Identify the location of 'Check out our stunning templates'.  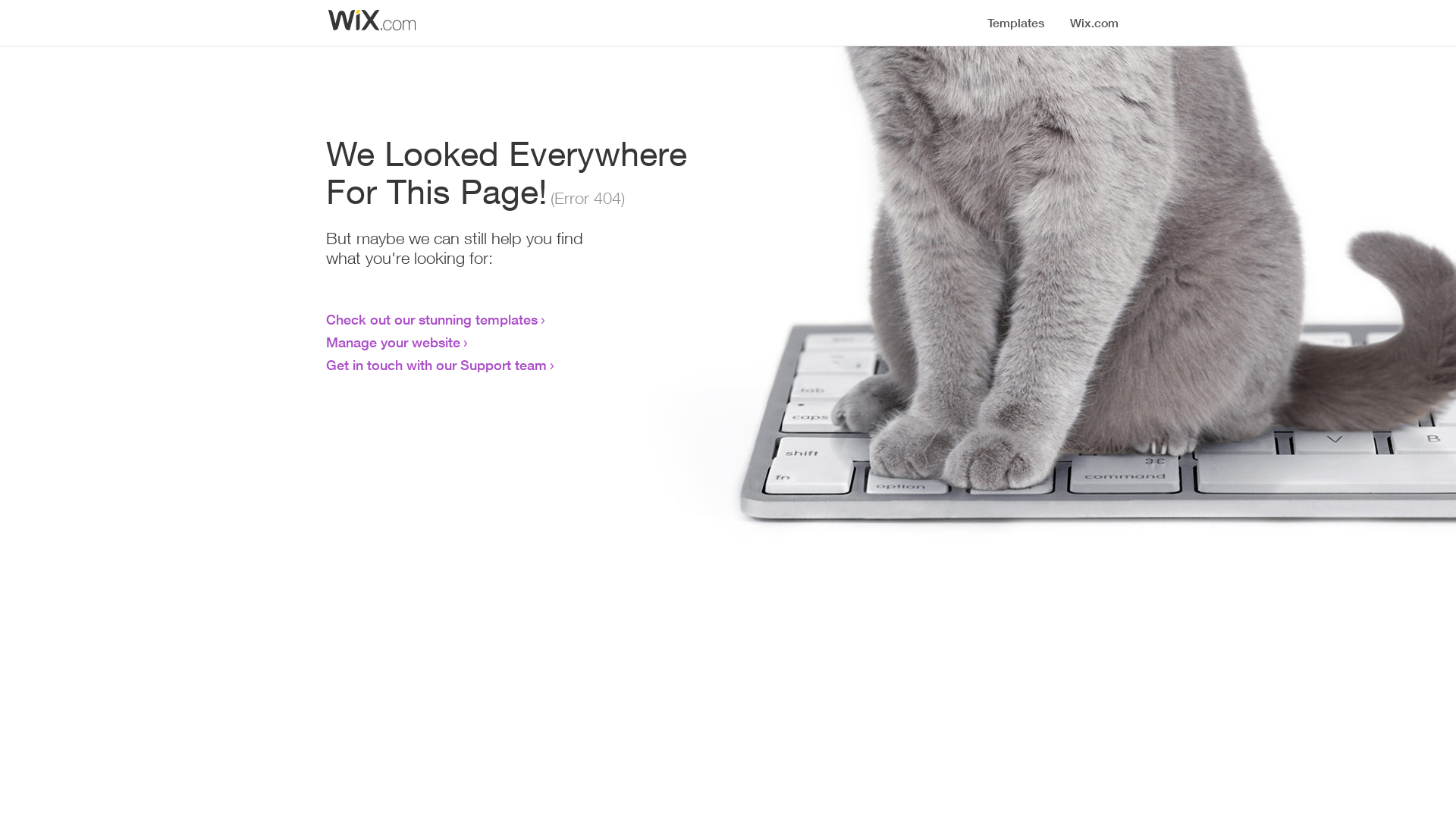
(431, 318).